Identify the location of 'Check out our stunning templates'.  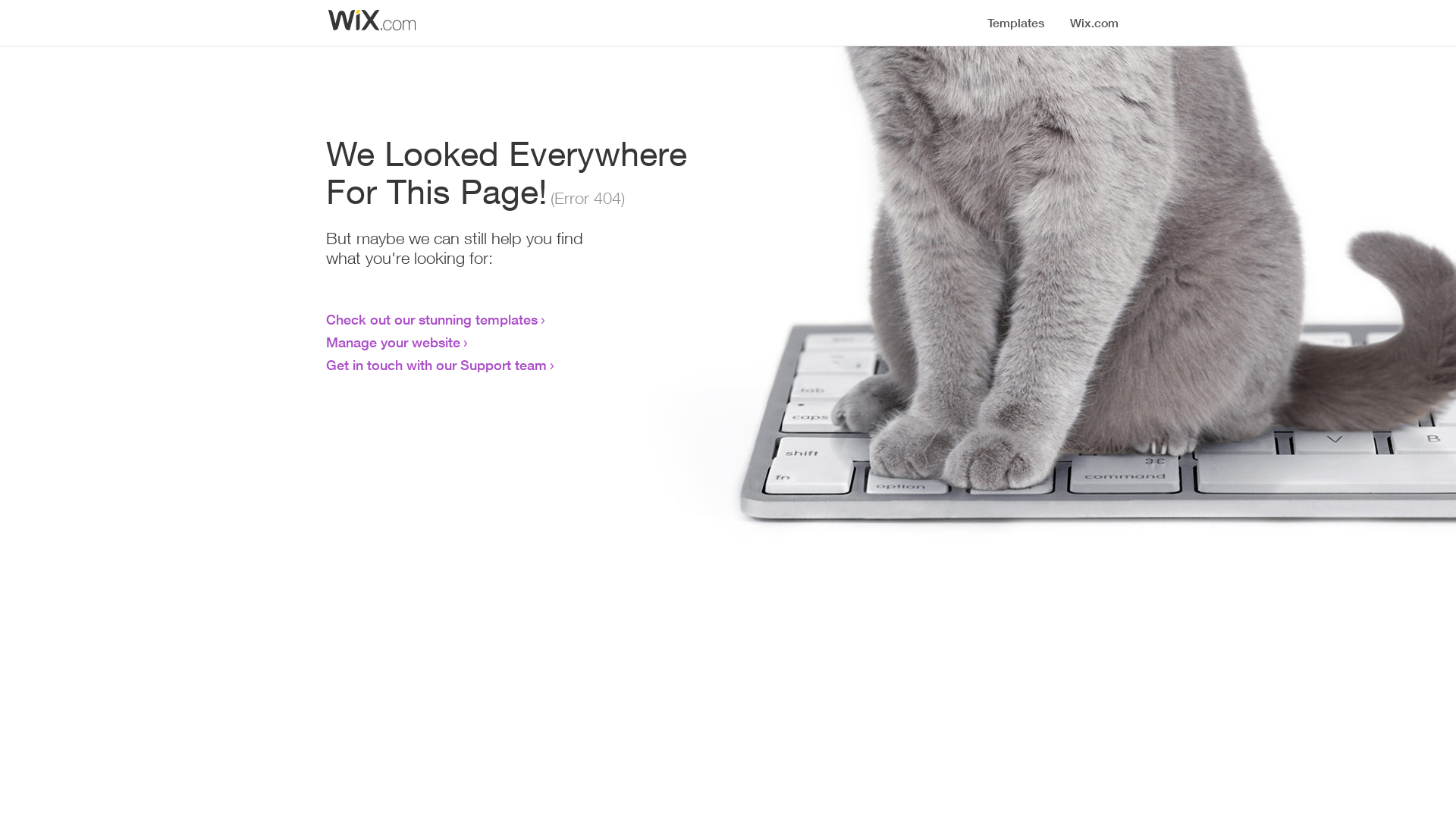
(431, 318).